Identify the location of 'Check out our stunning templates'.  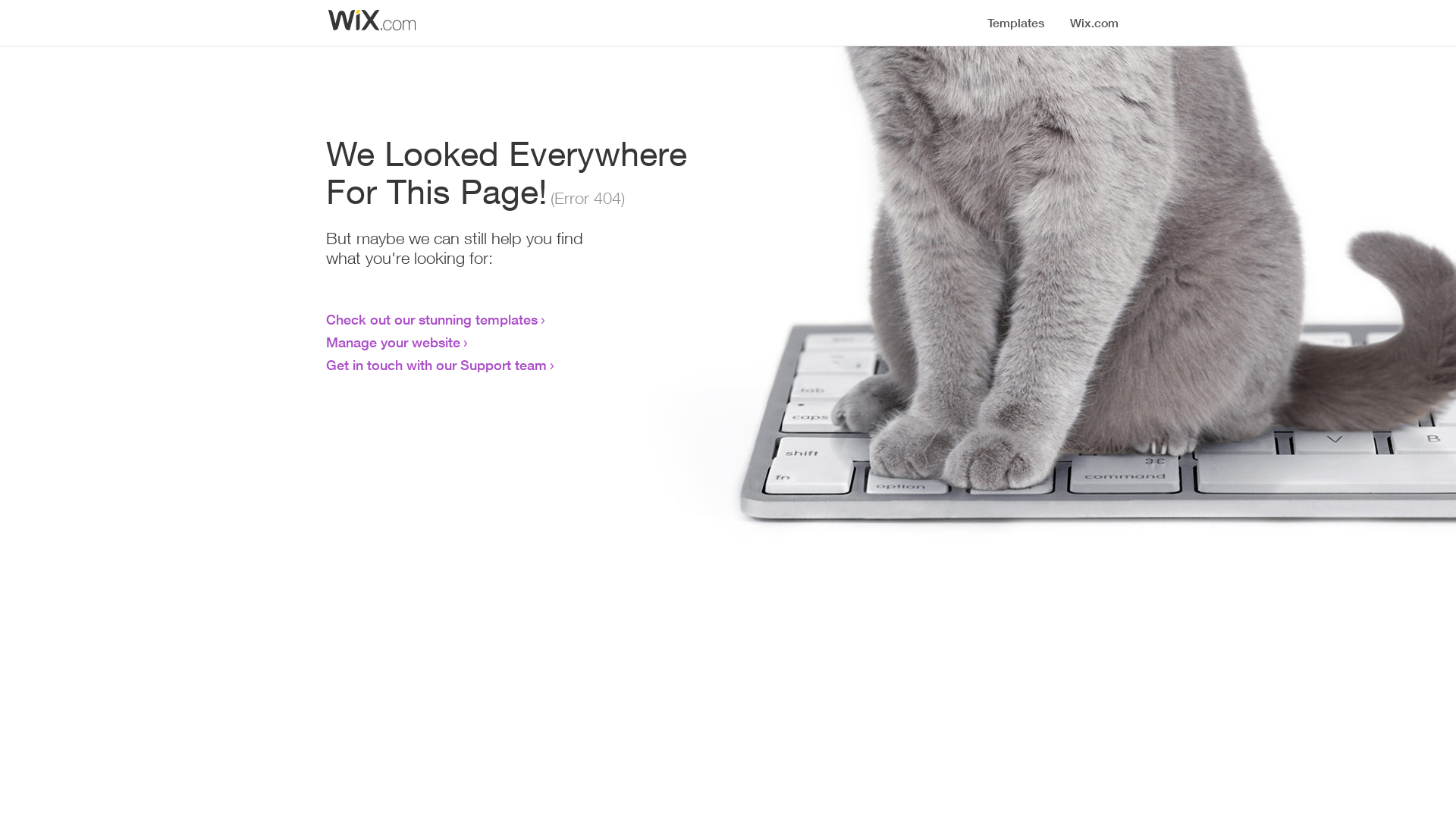
(431, 318).